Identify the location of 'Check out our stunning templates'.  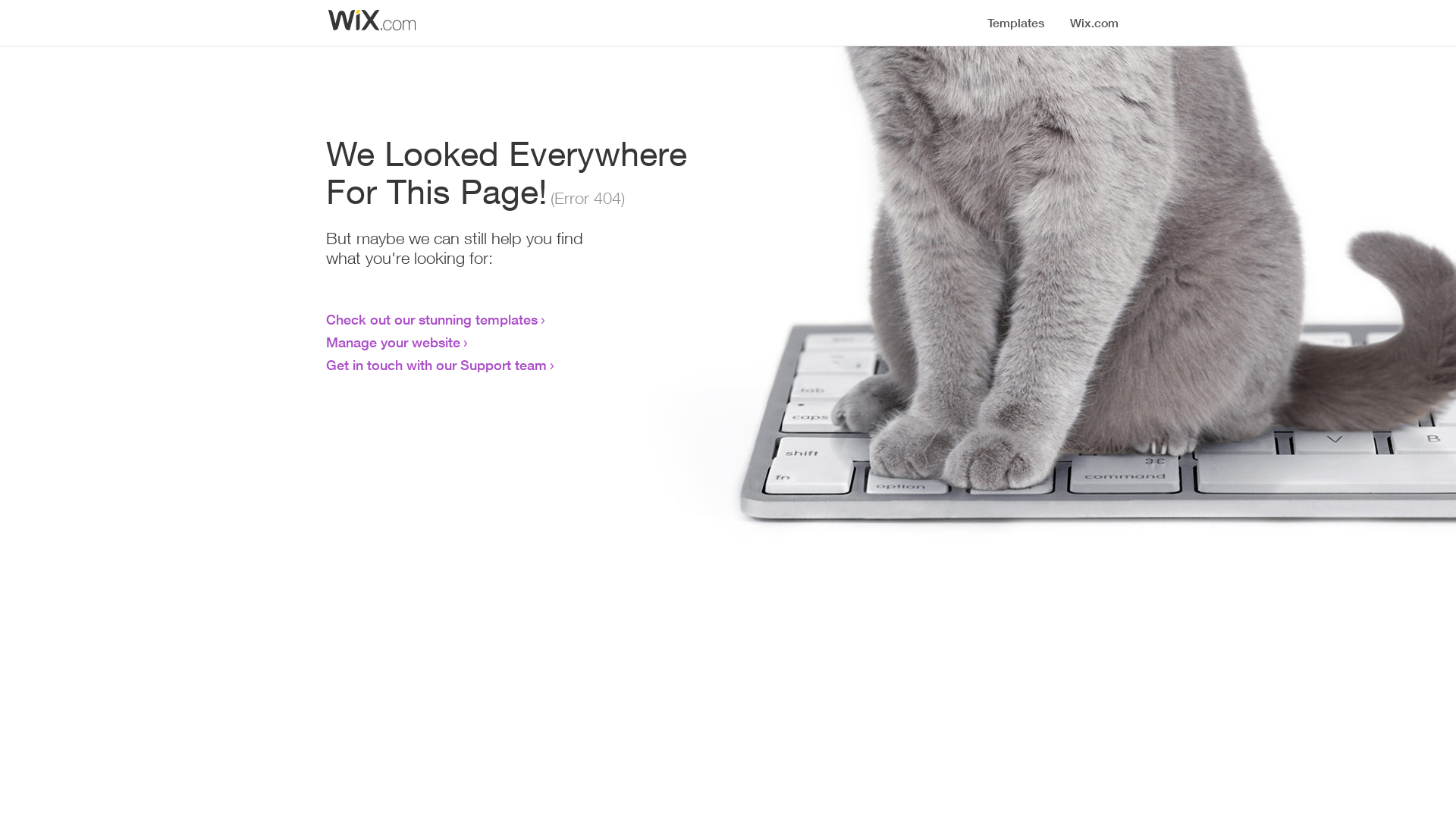
(431, 318).